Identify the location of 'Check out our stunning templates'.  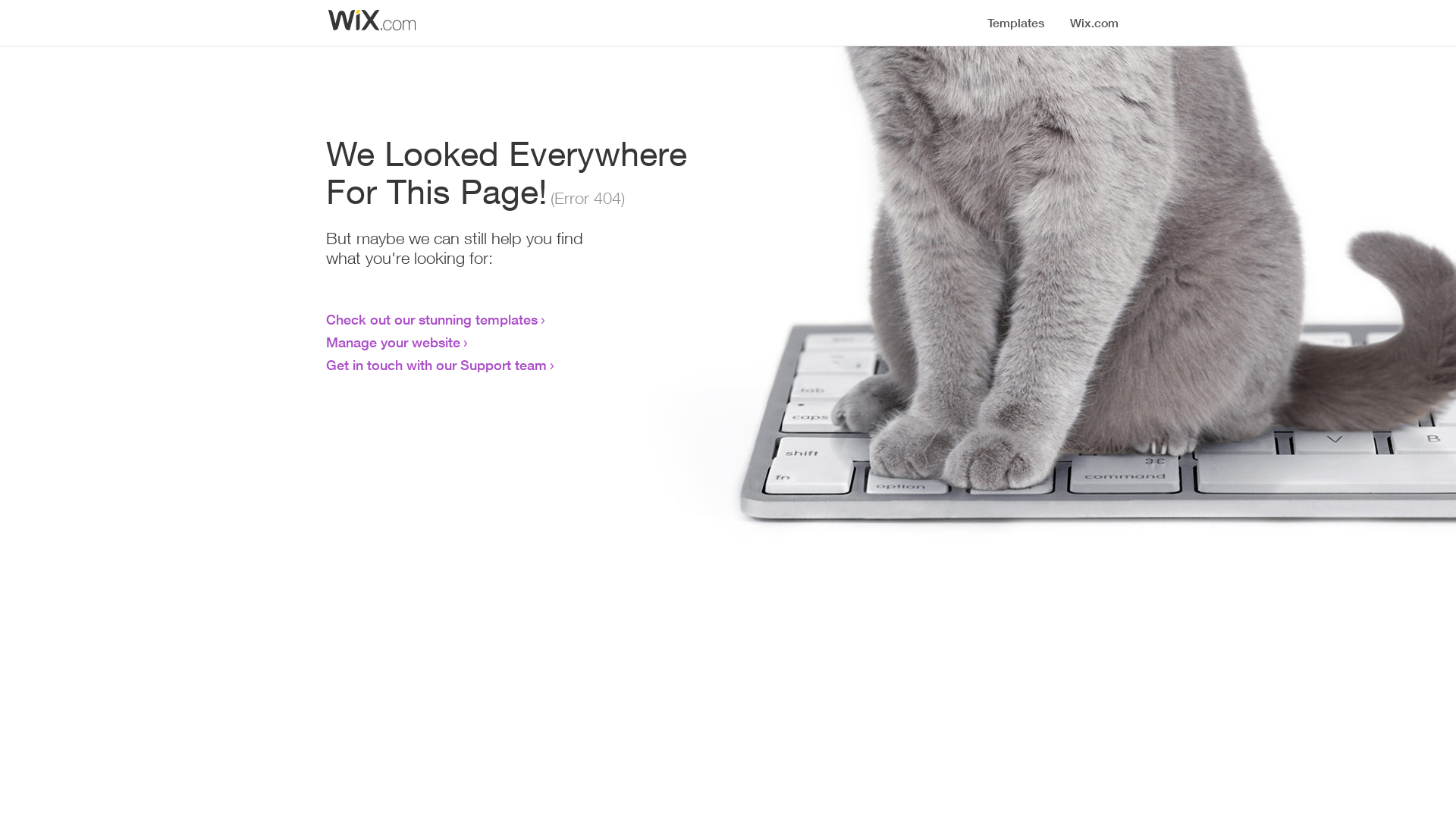
(431, 318).